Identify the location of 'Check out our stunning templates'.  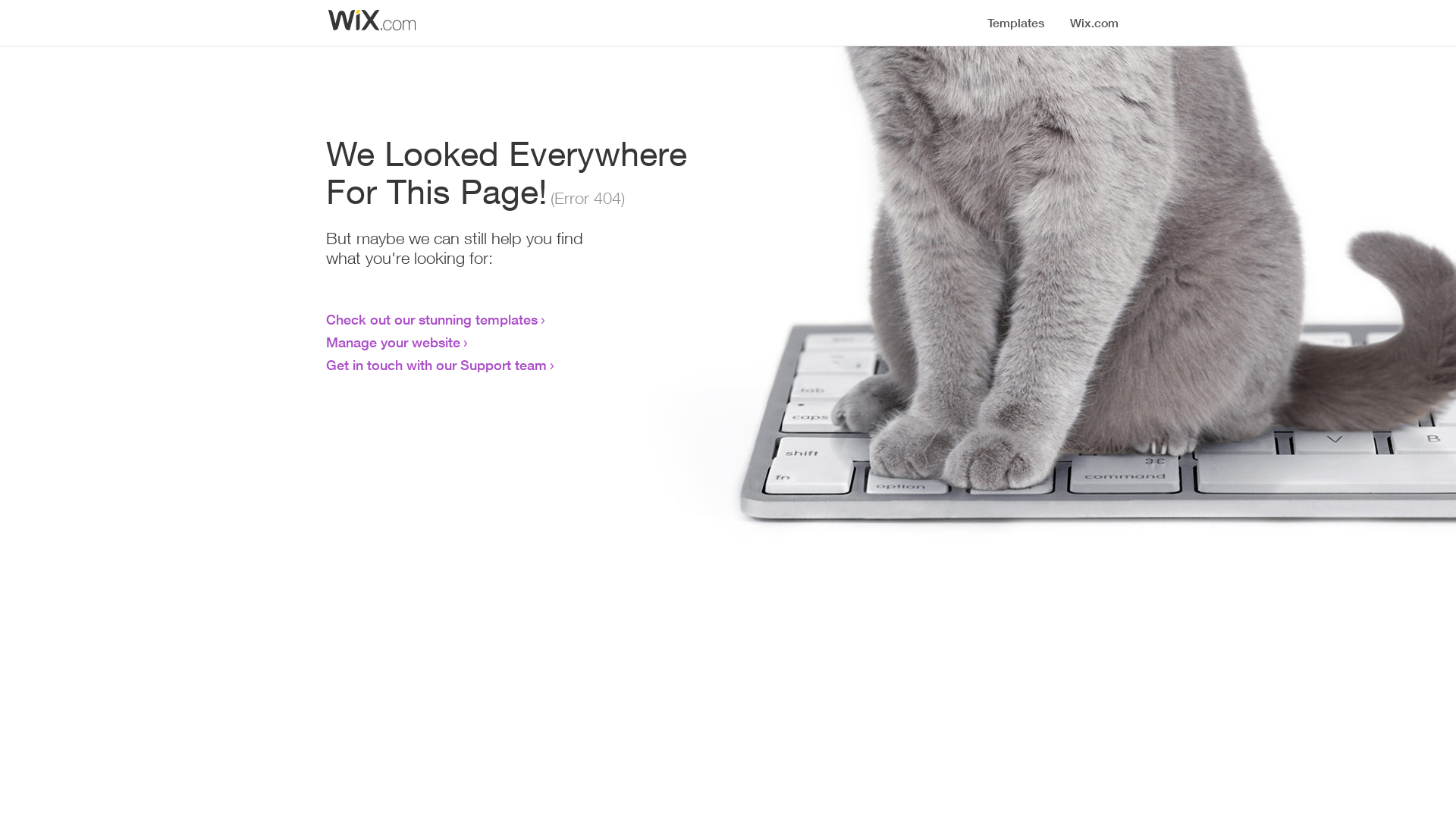
(431, 318).